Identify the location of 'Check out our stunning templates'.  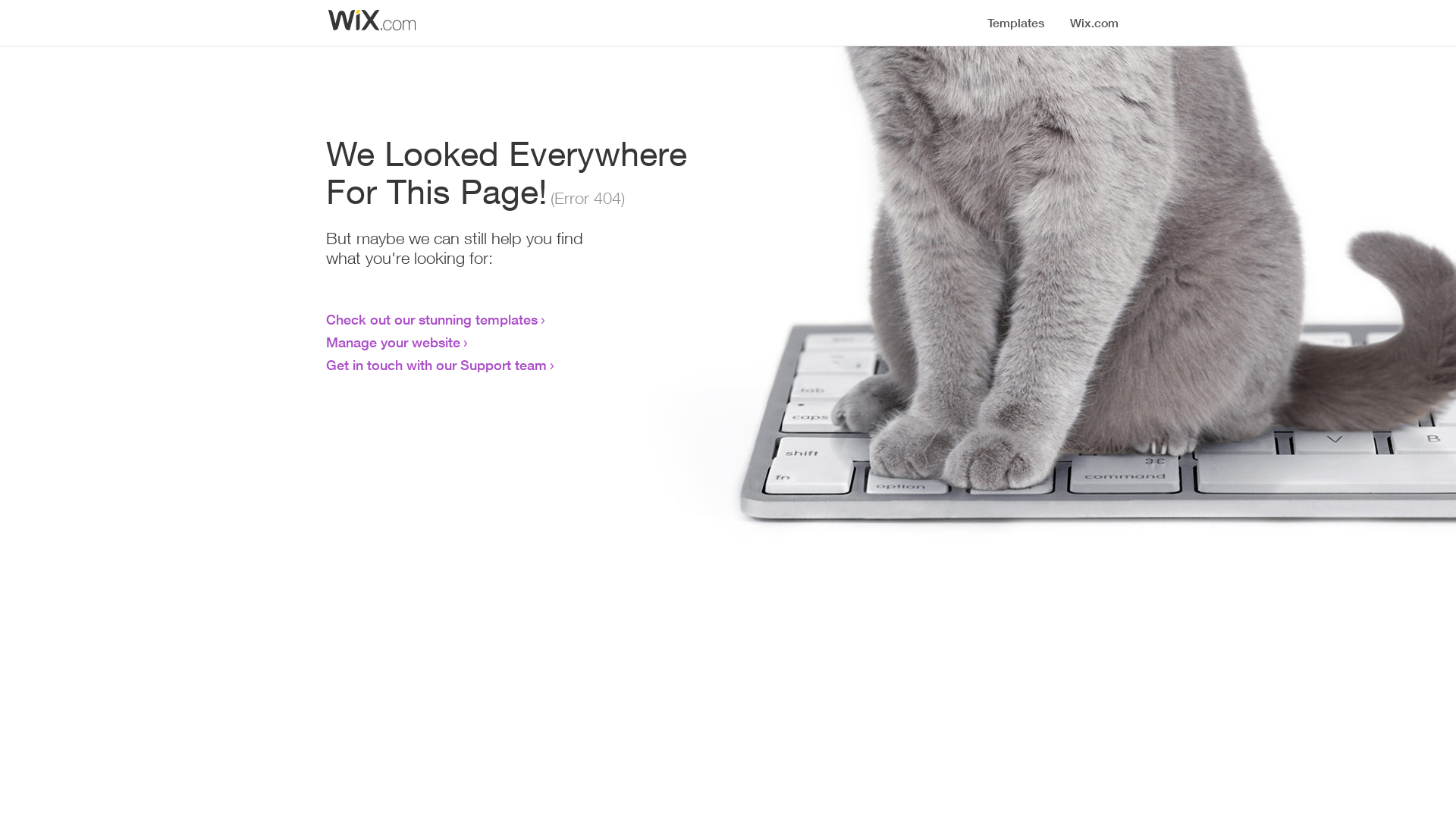
(431, 318).